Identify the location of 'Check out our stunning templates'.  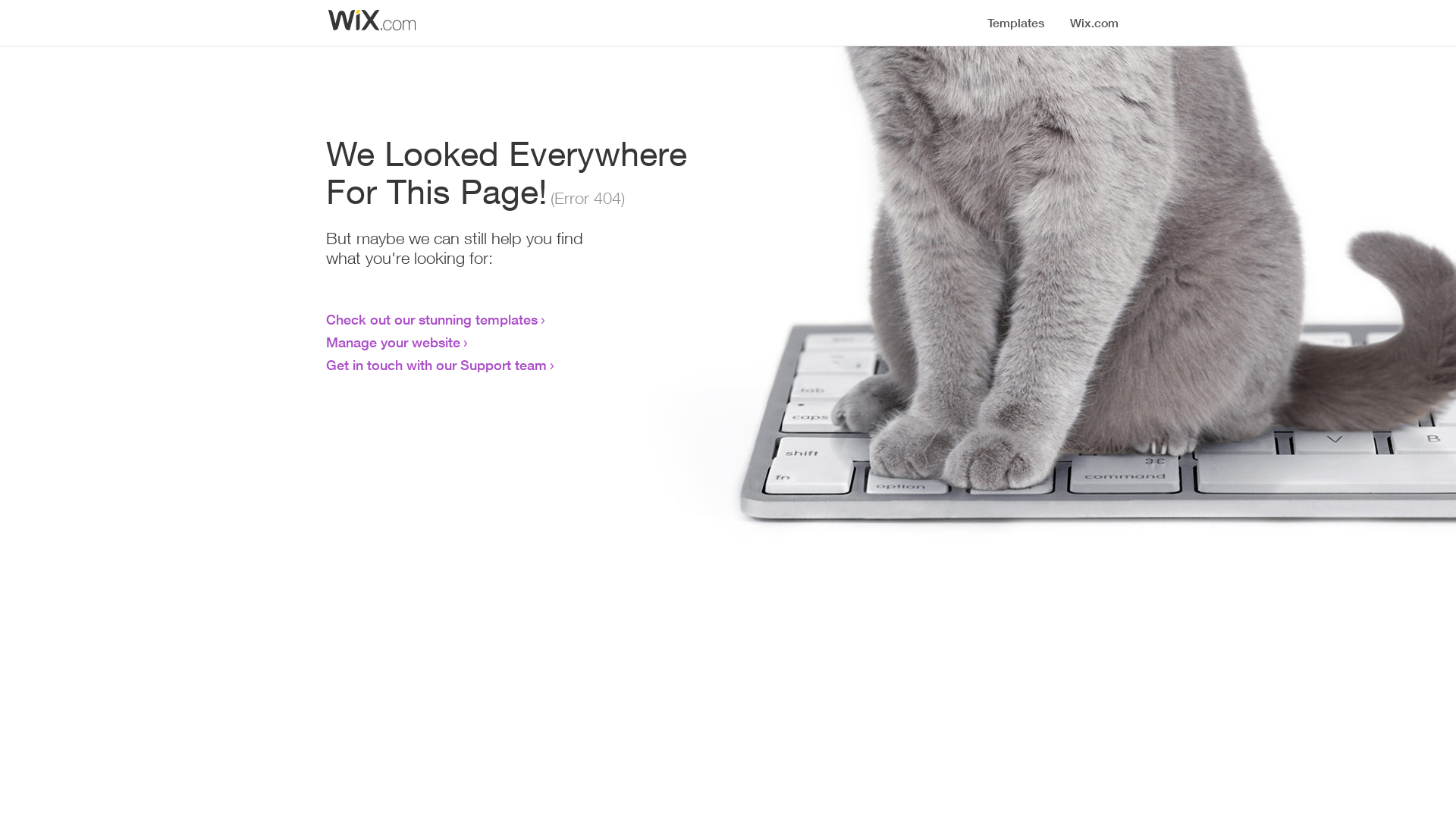
(431, 318).